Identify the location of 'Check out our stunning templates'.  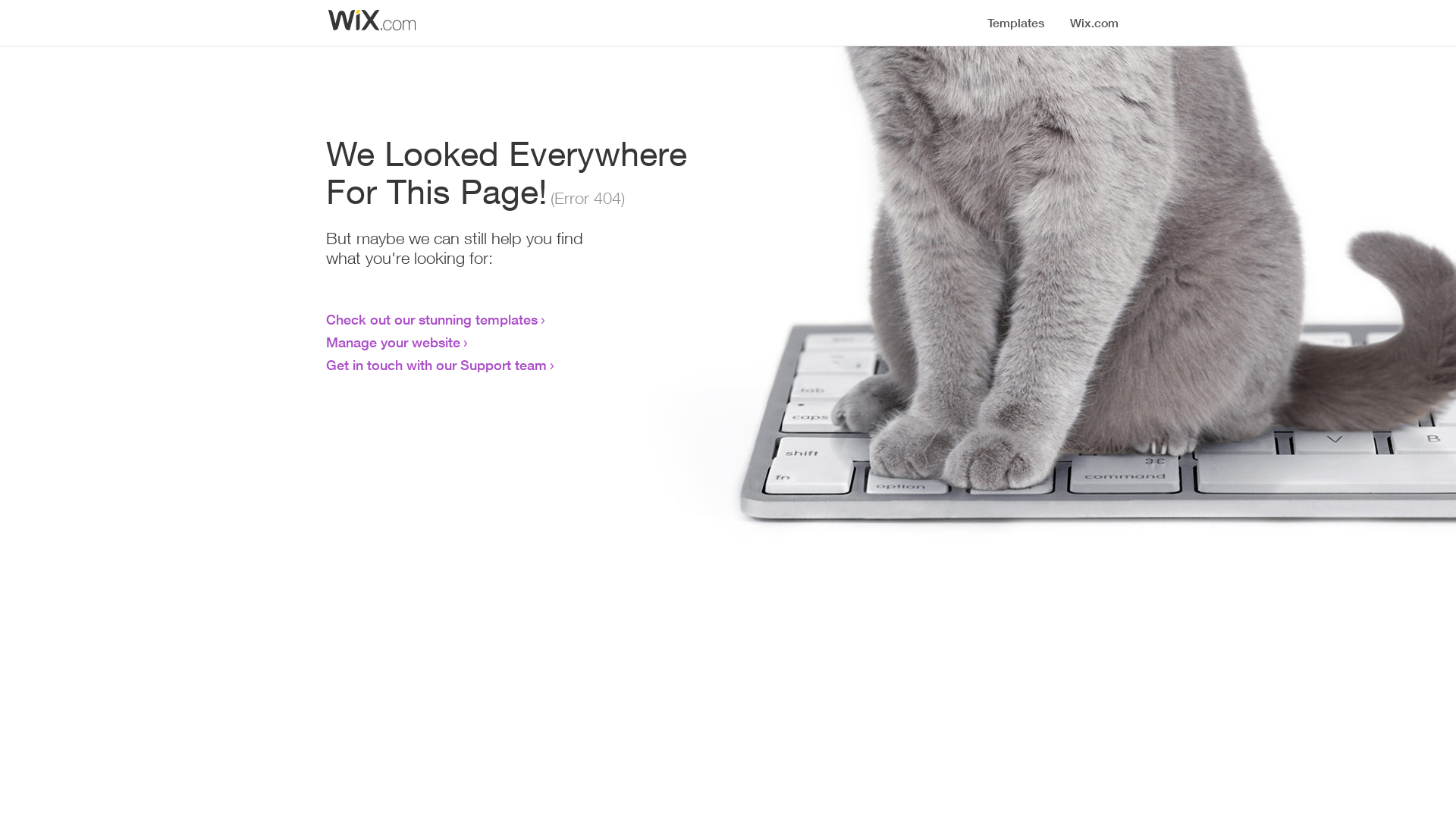
(431, 318).